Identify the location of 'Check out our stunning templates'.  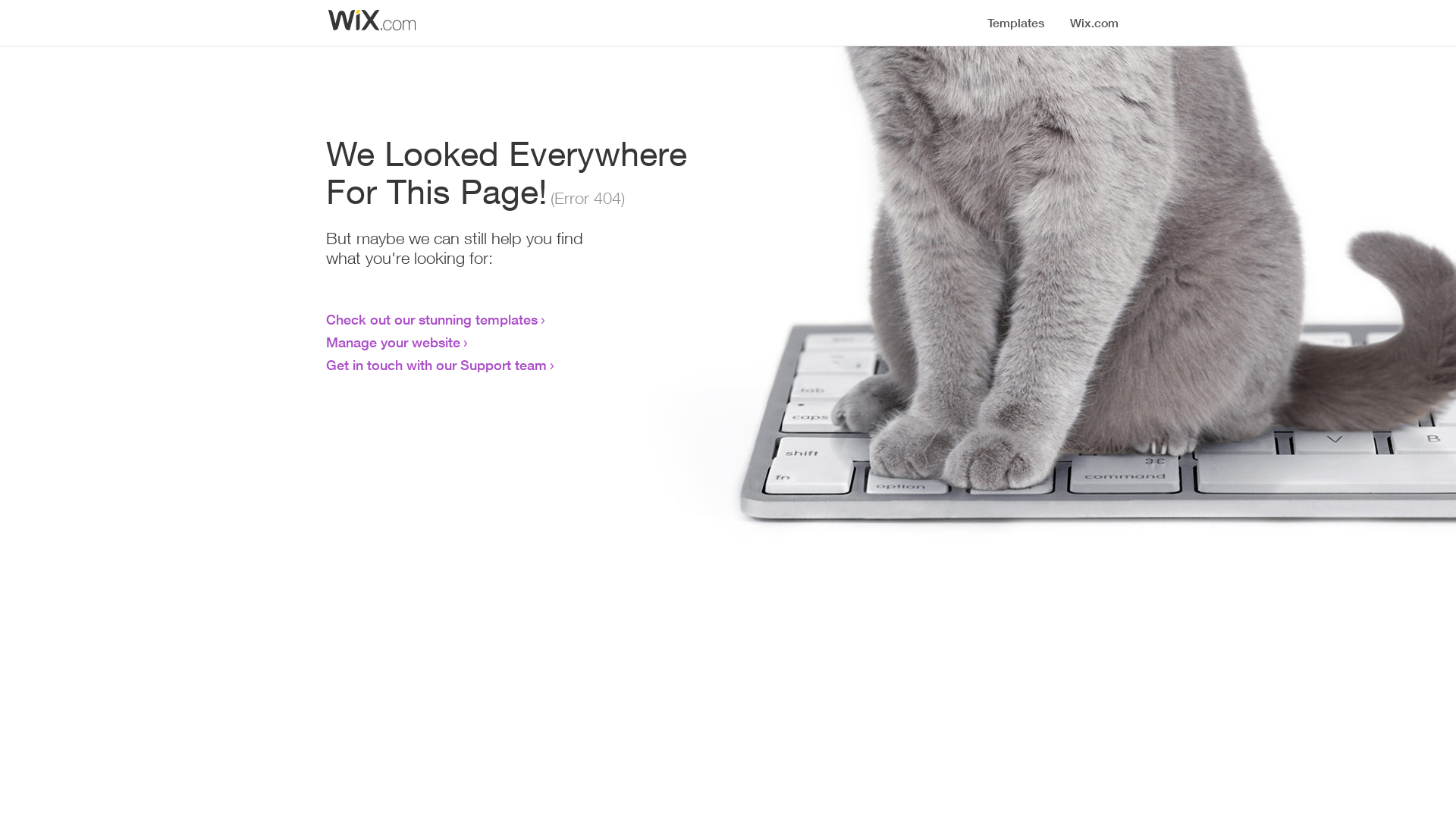
(431, 318).